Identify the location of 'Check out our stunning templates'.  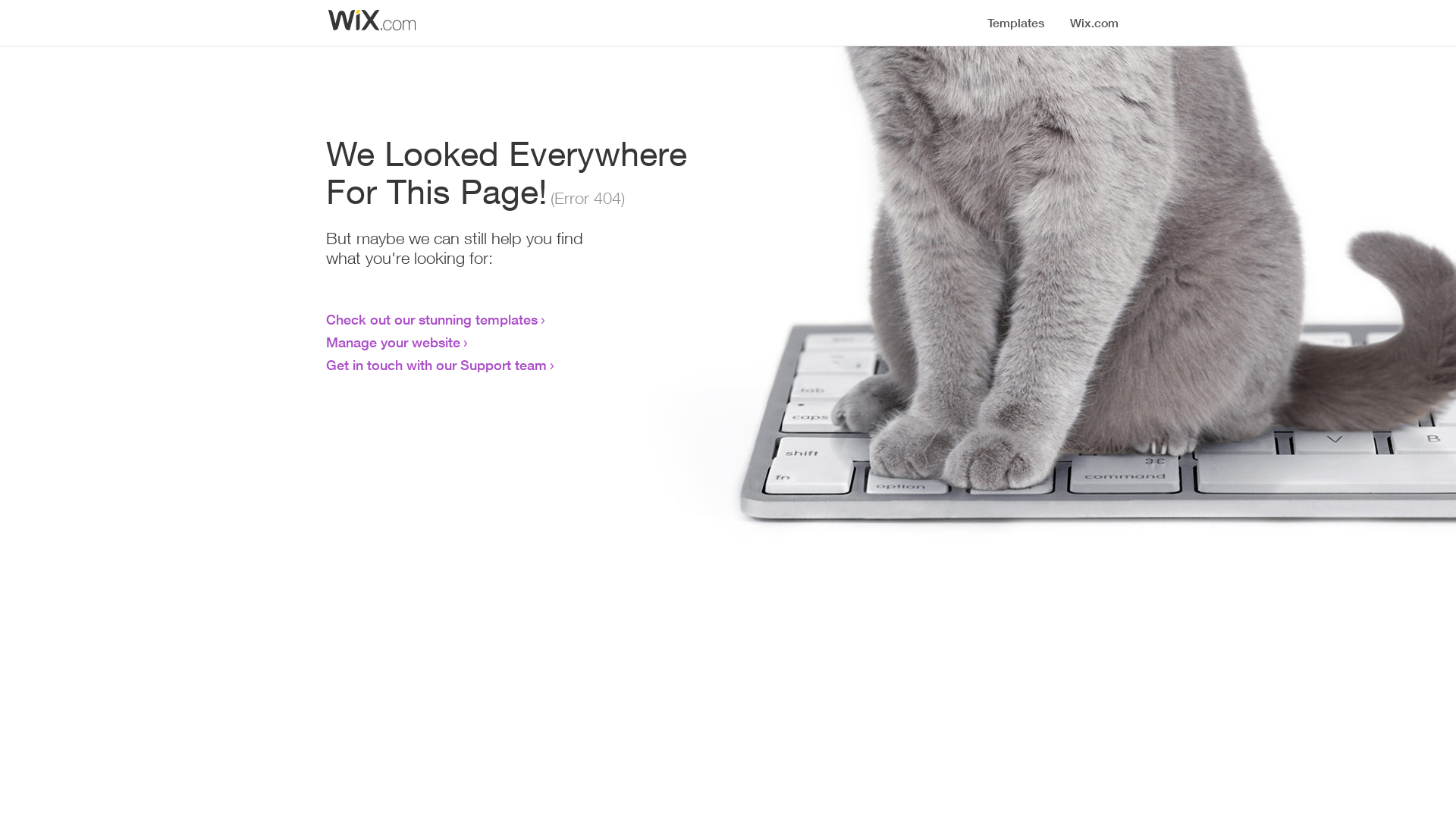
(431, 318).